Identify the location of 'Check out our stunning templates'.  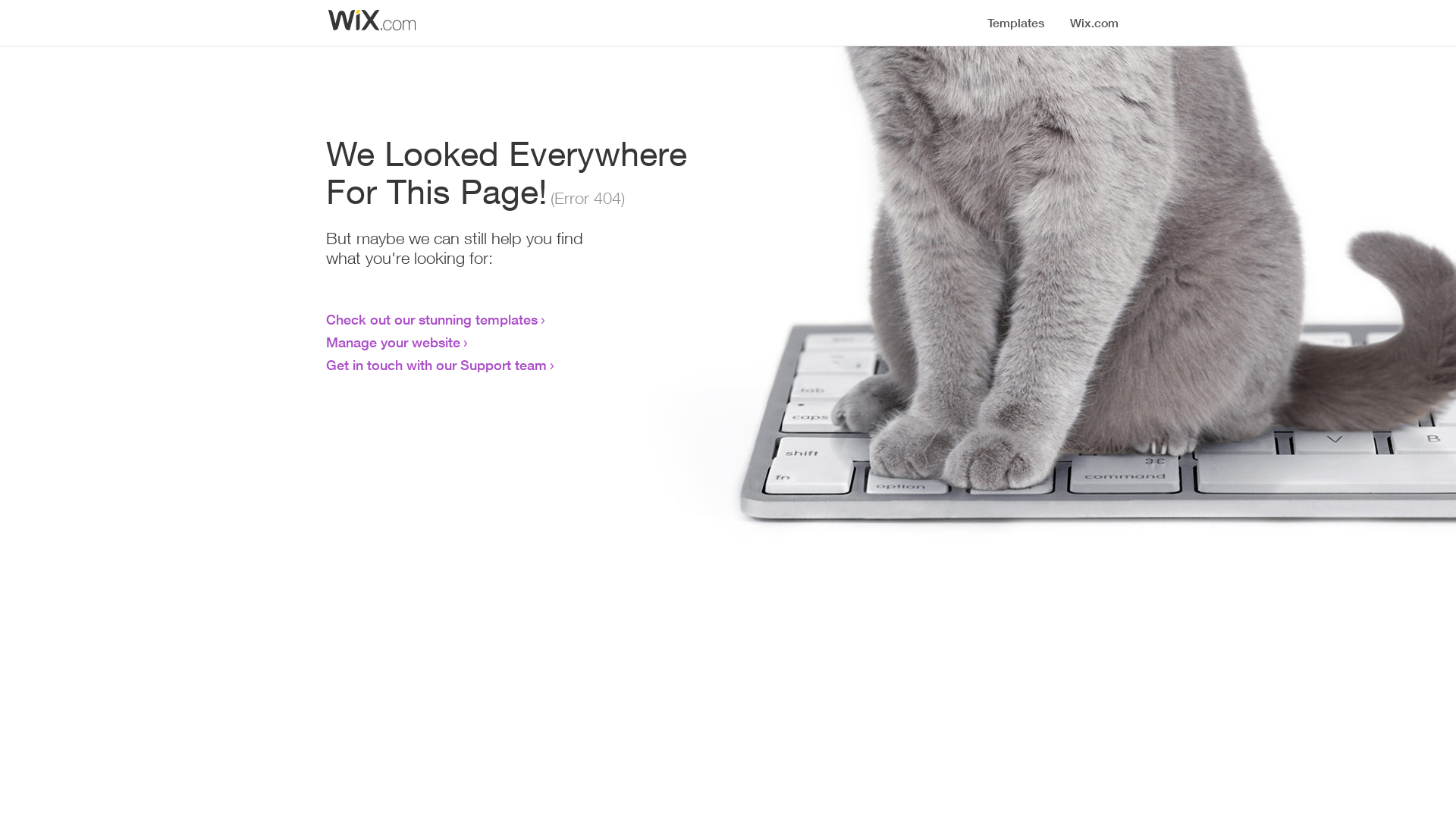
(431, 318).